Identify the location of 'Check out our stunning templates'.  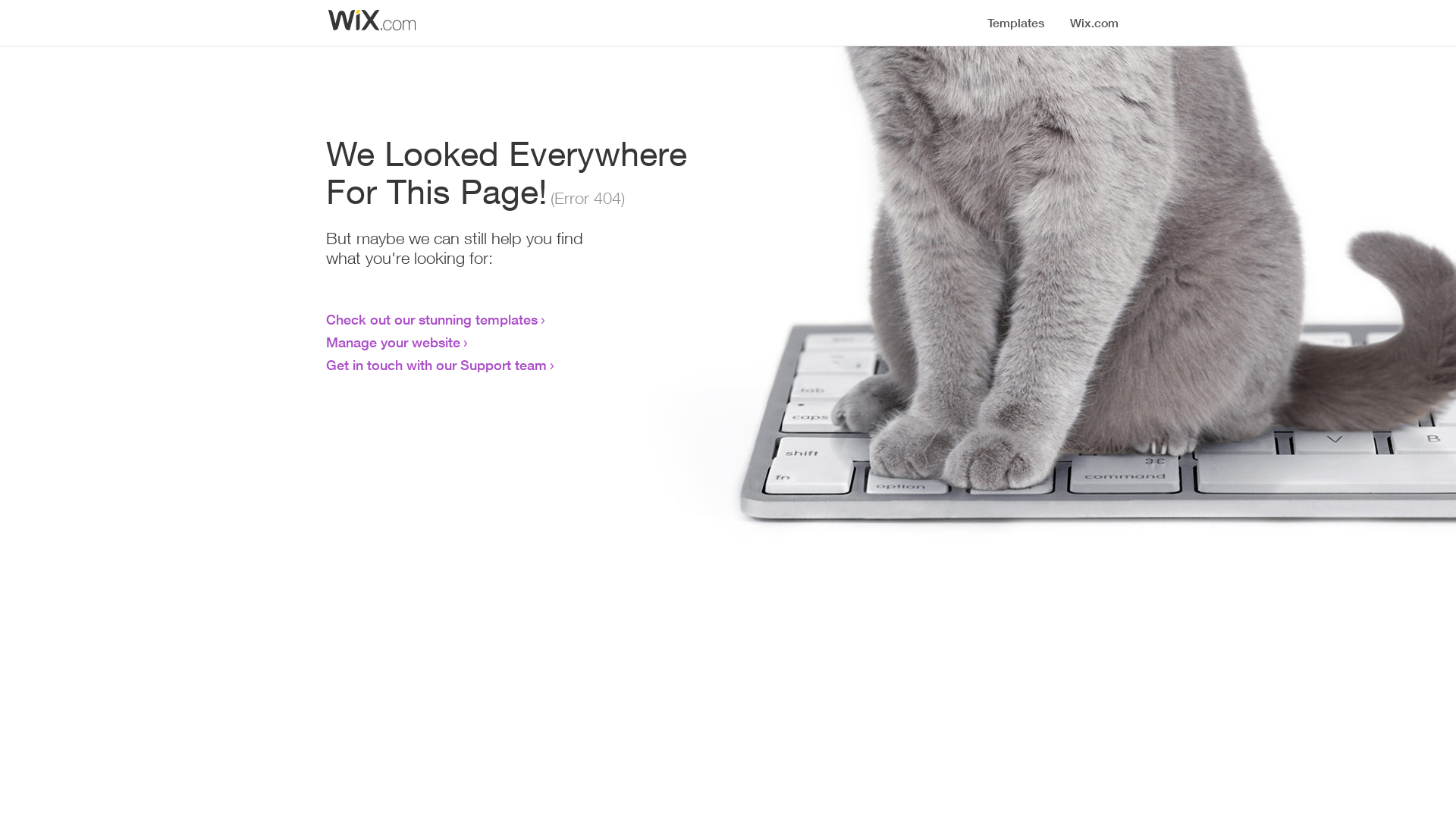
(431, 318).